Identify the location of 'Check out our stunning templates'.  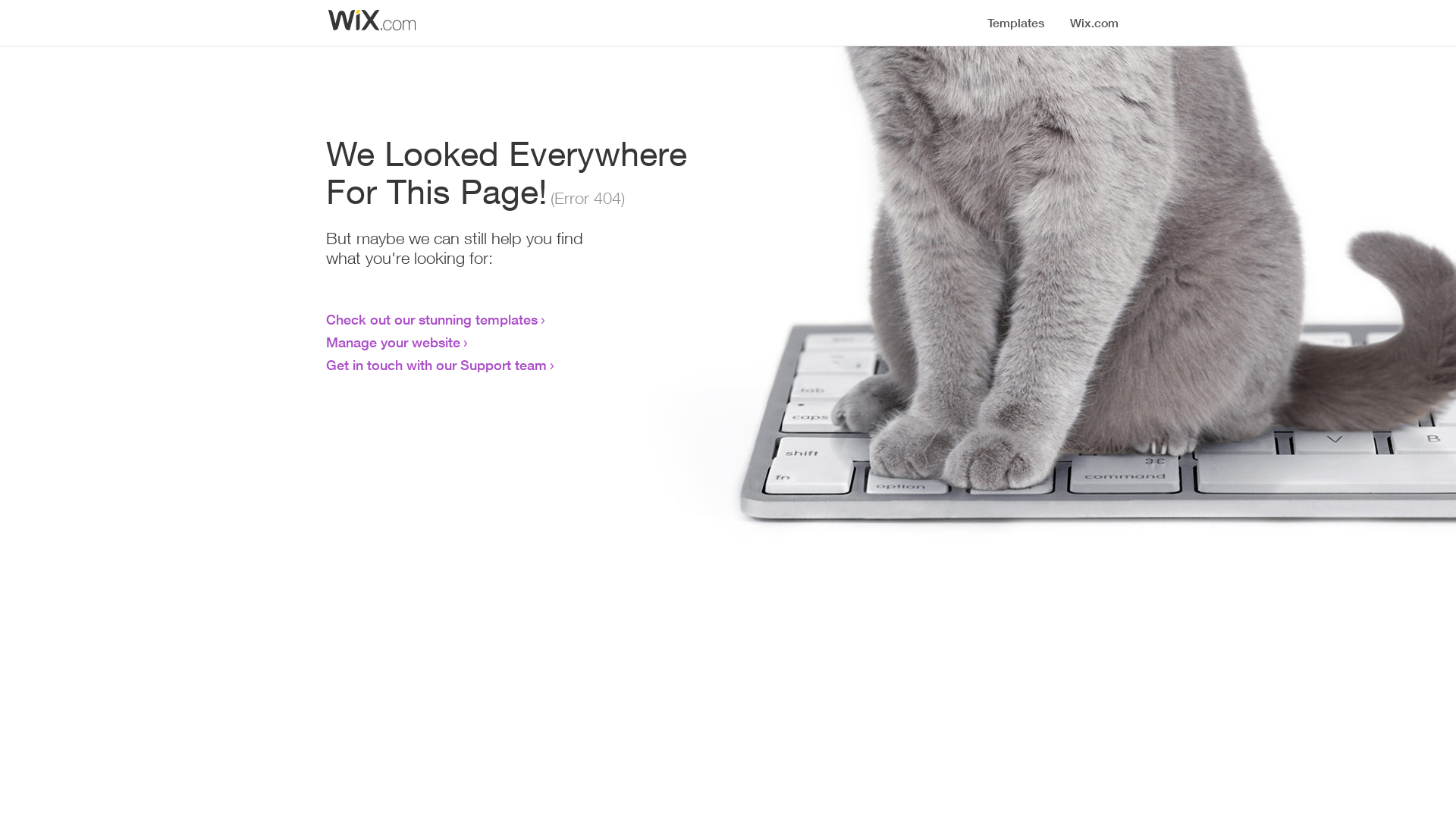
(431, 318).